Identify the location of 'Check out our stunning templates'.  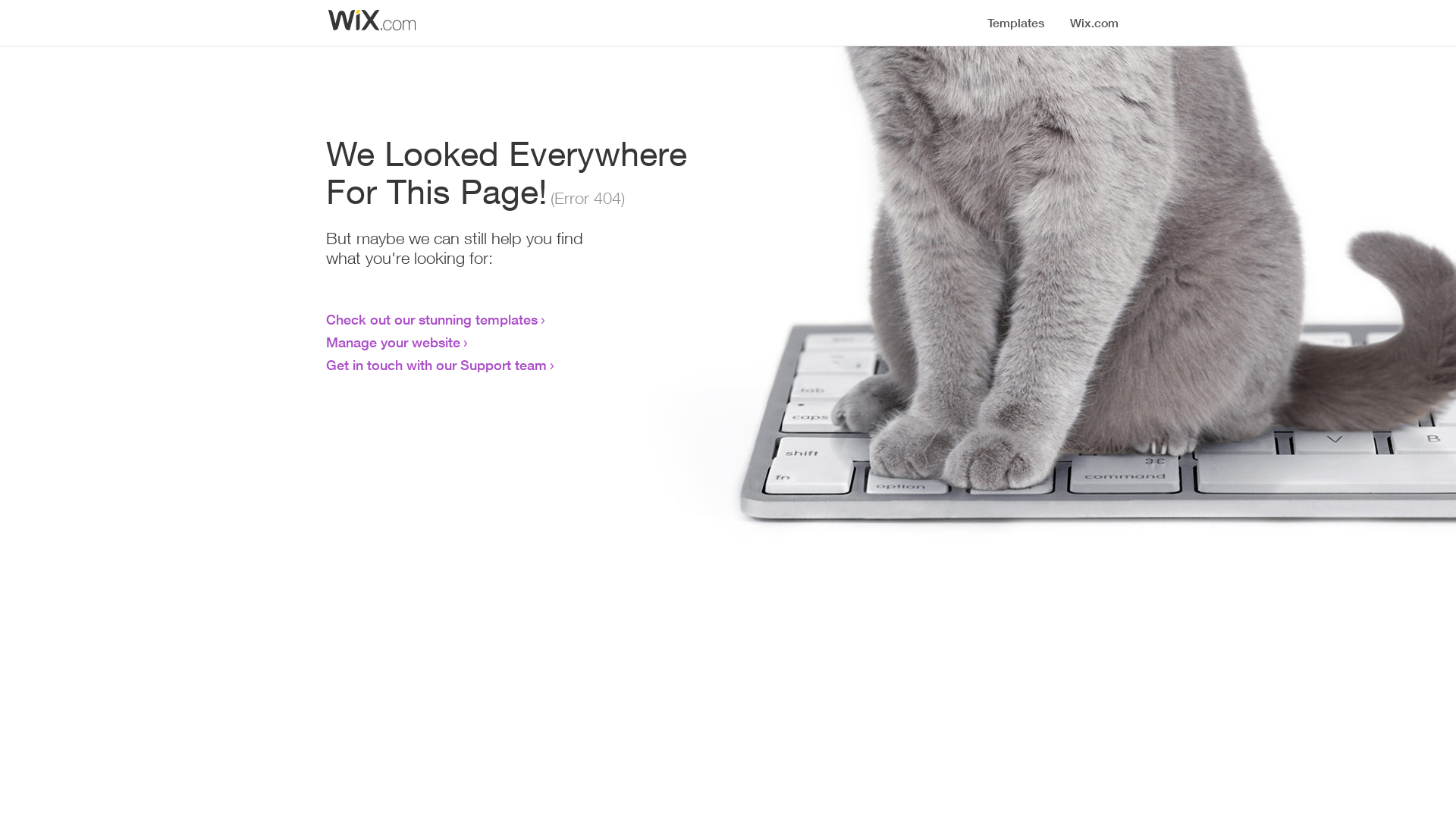
(431, 318).